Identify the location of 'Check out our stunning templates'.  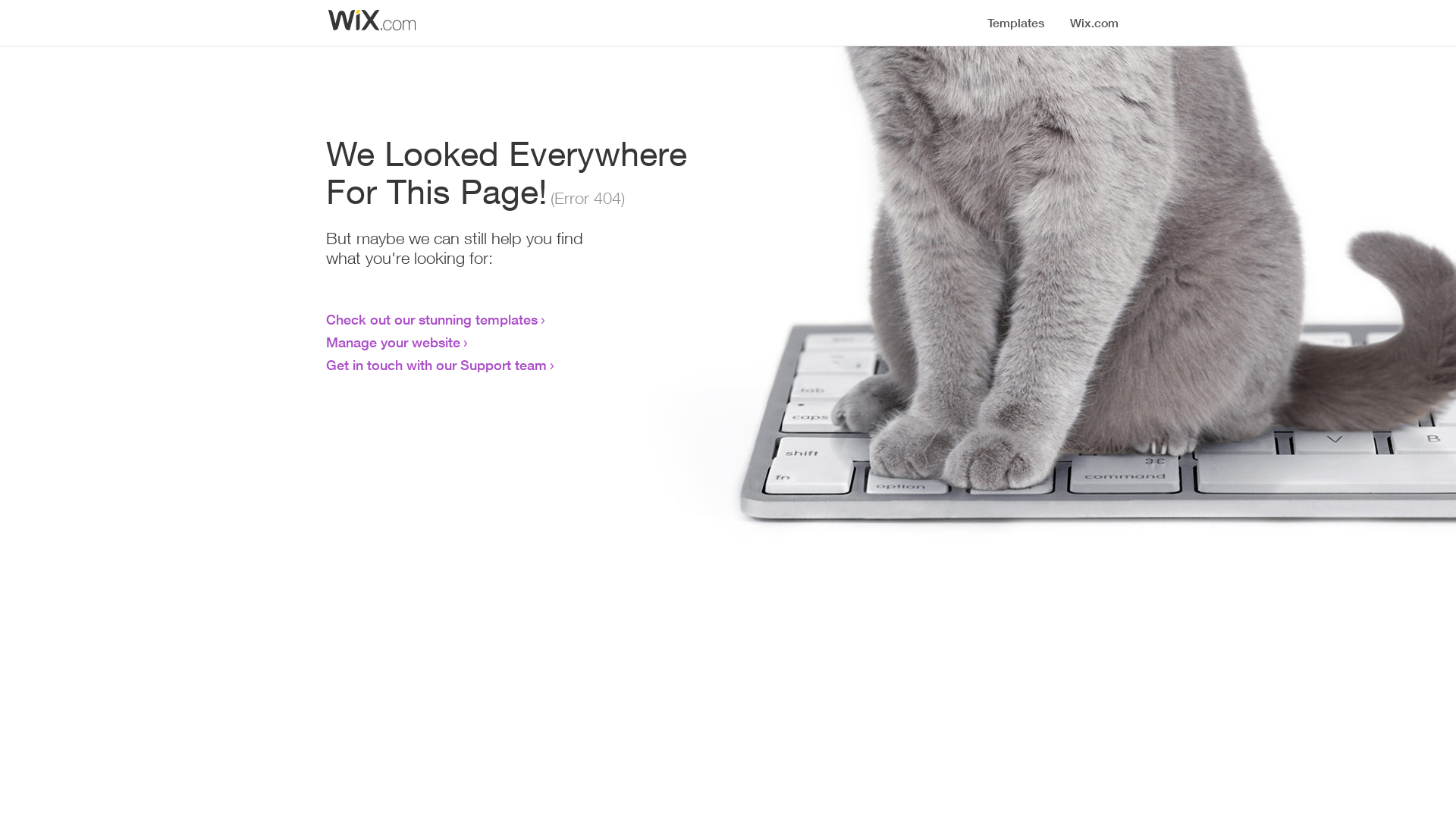
(431, 318).